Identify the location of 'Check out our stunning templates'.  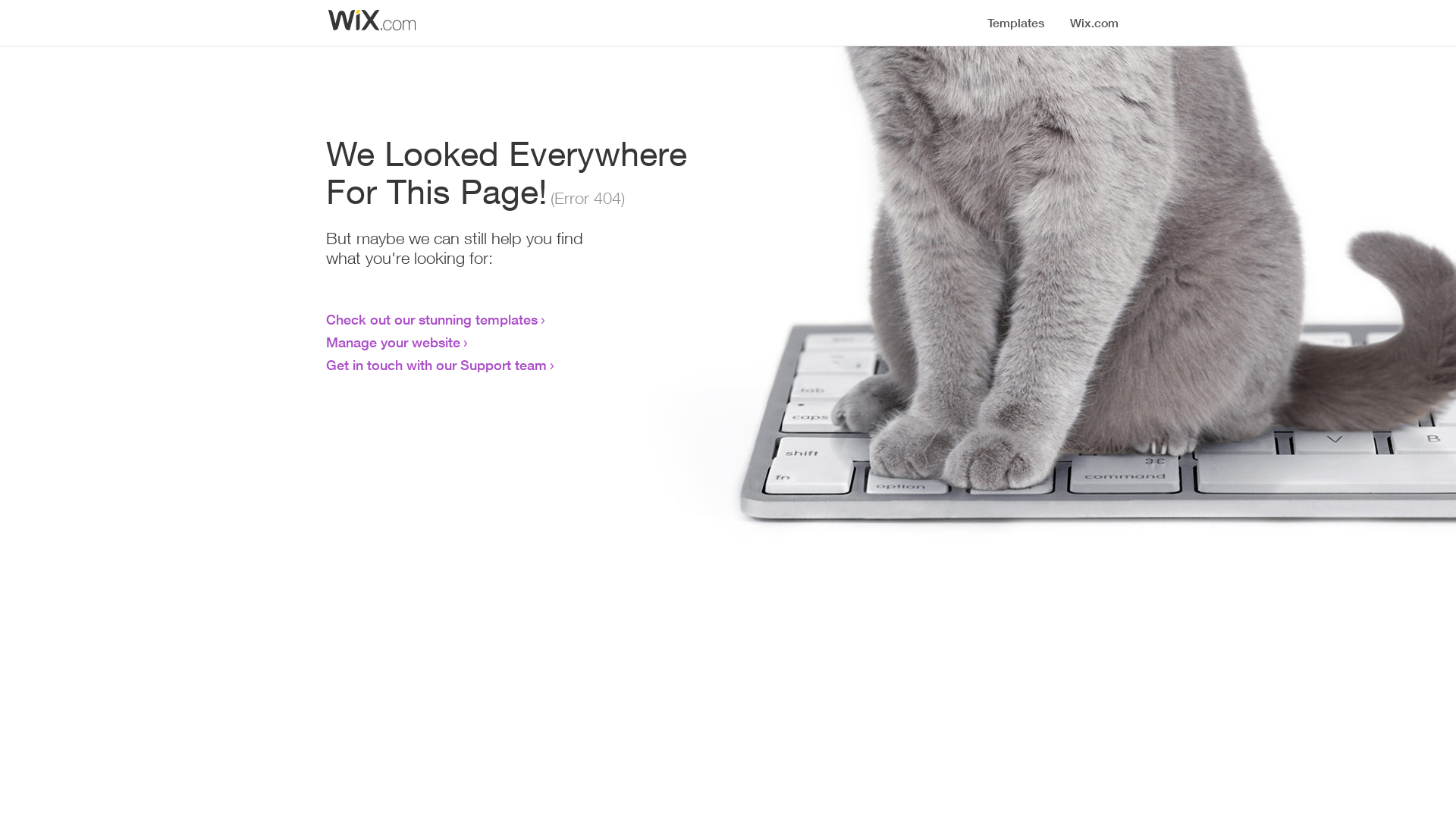
(431, 318).